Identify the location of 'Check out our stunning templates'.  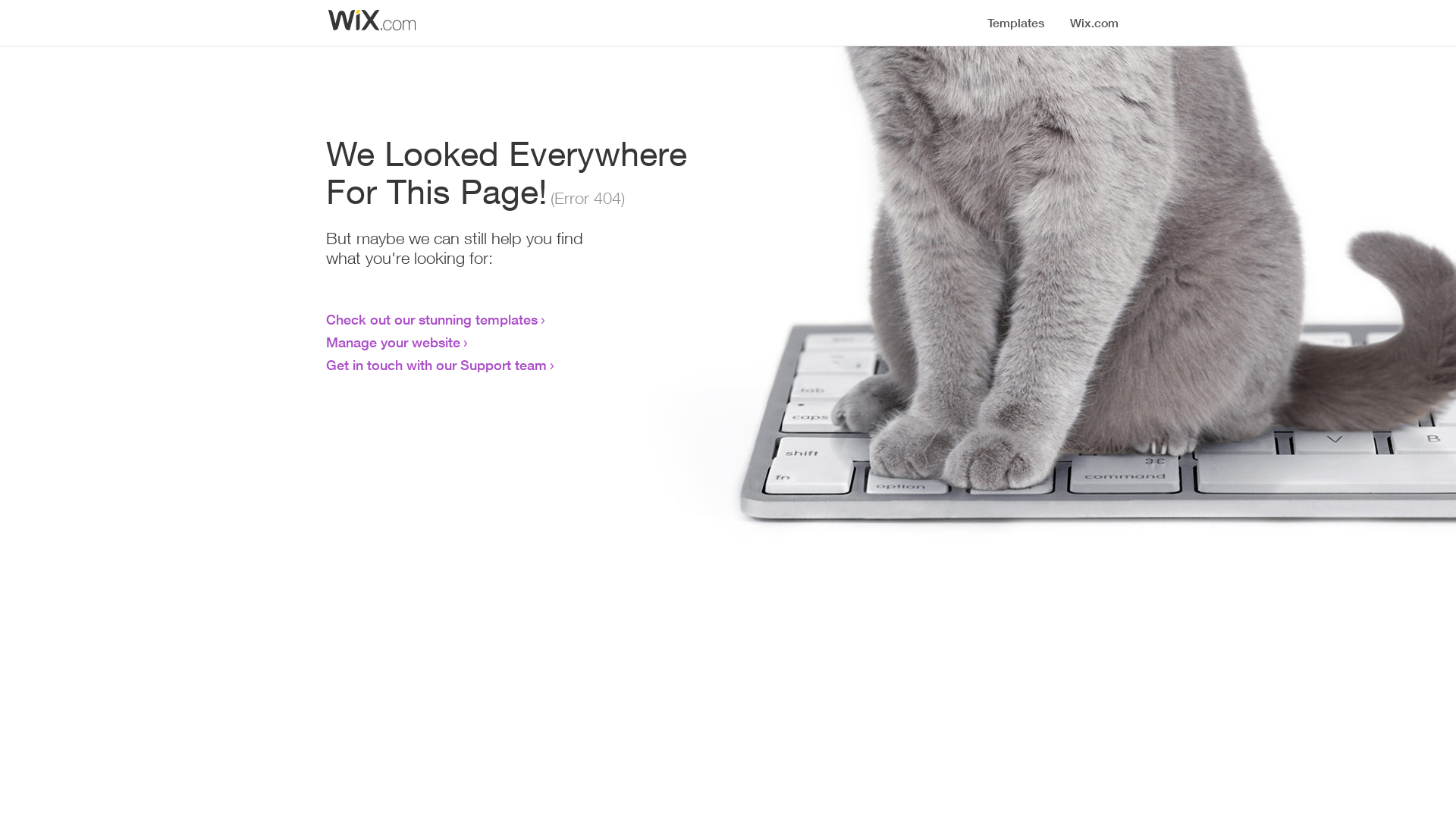
(431, 318).